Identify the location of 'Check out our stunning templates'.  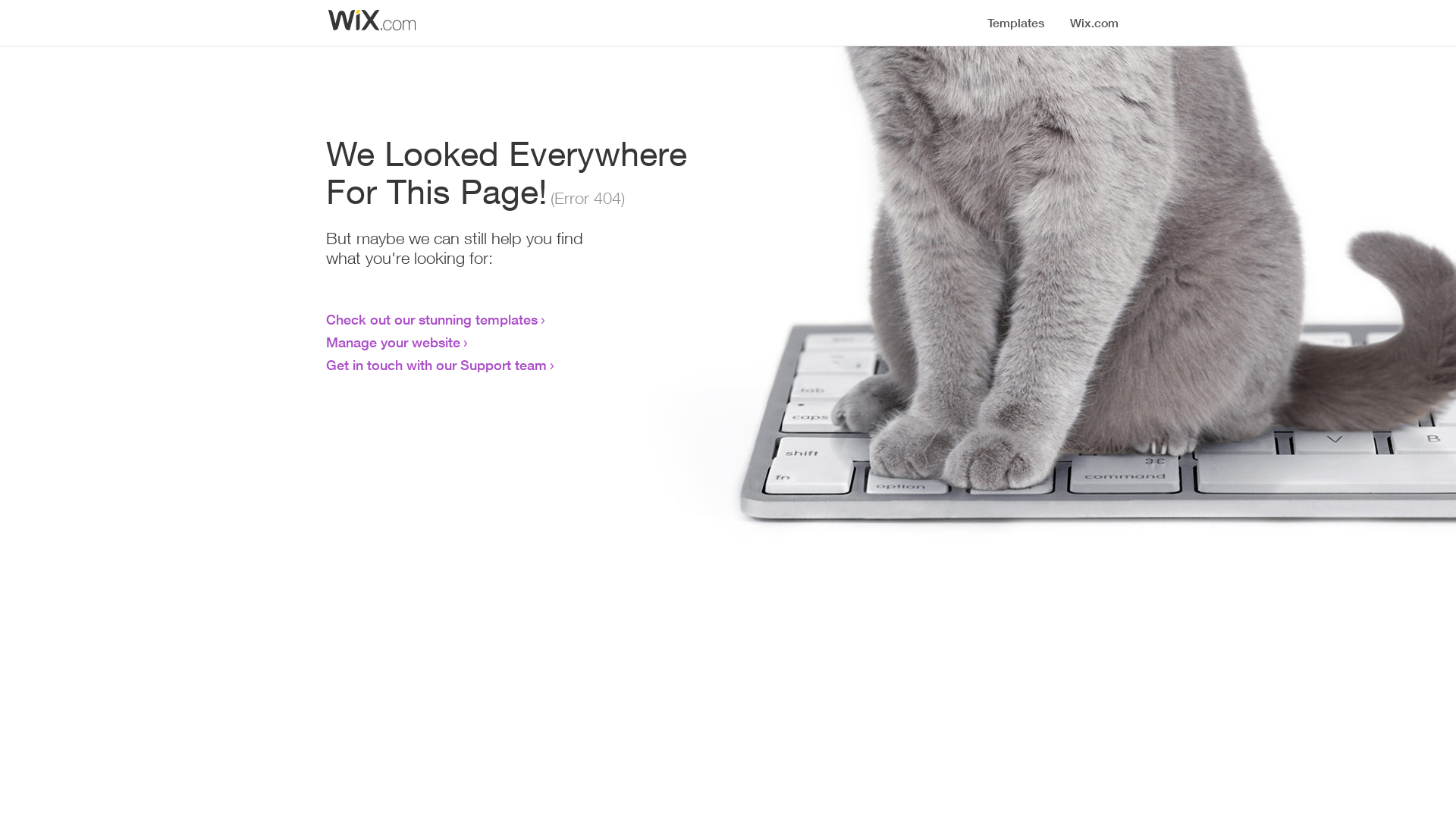
(431, 318).